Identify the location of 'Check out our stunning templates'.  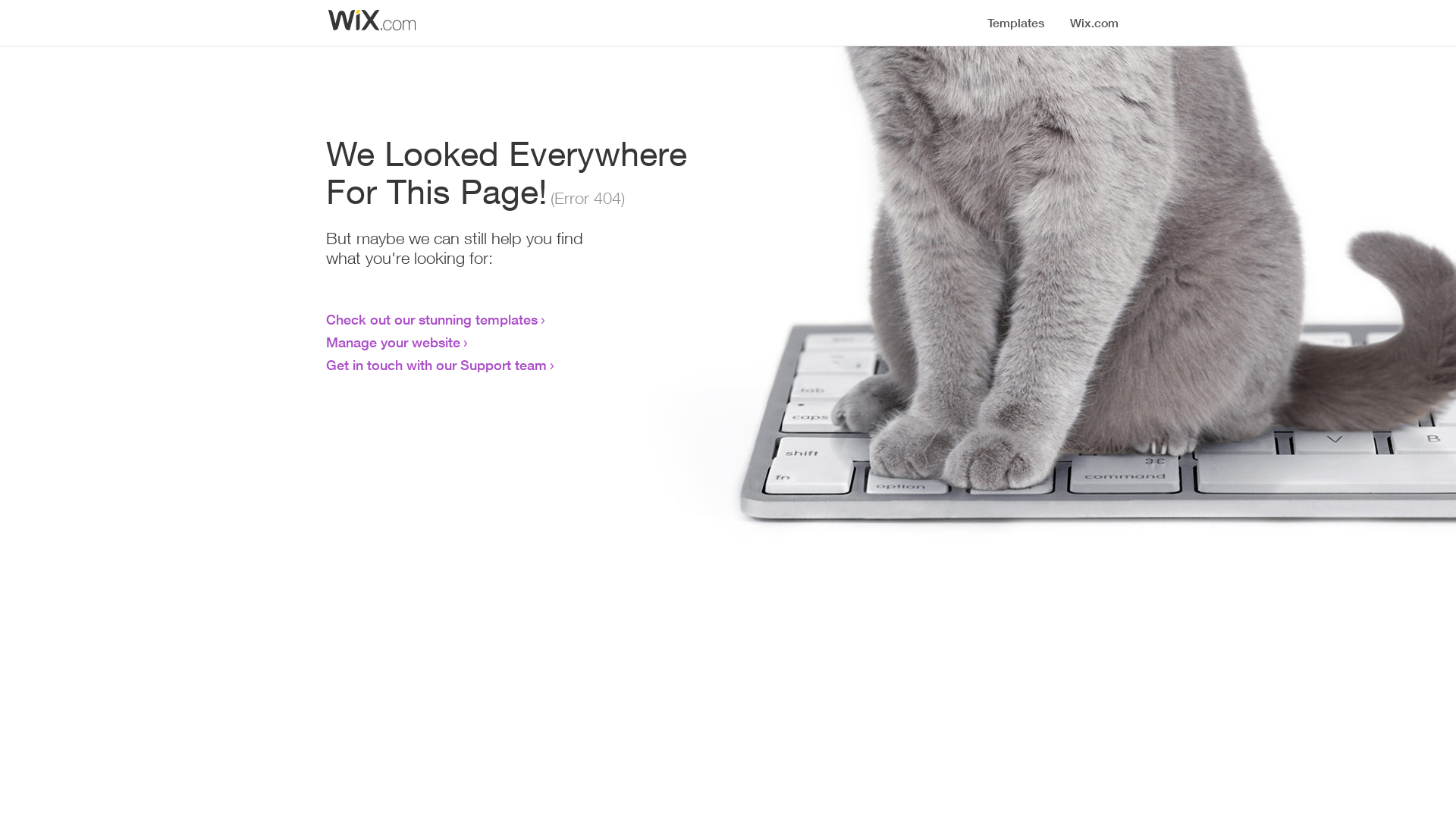
(431, 318).